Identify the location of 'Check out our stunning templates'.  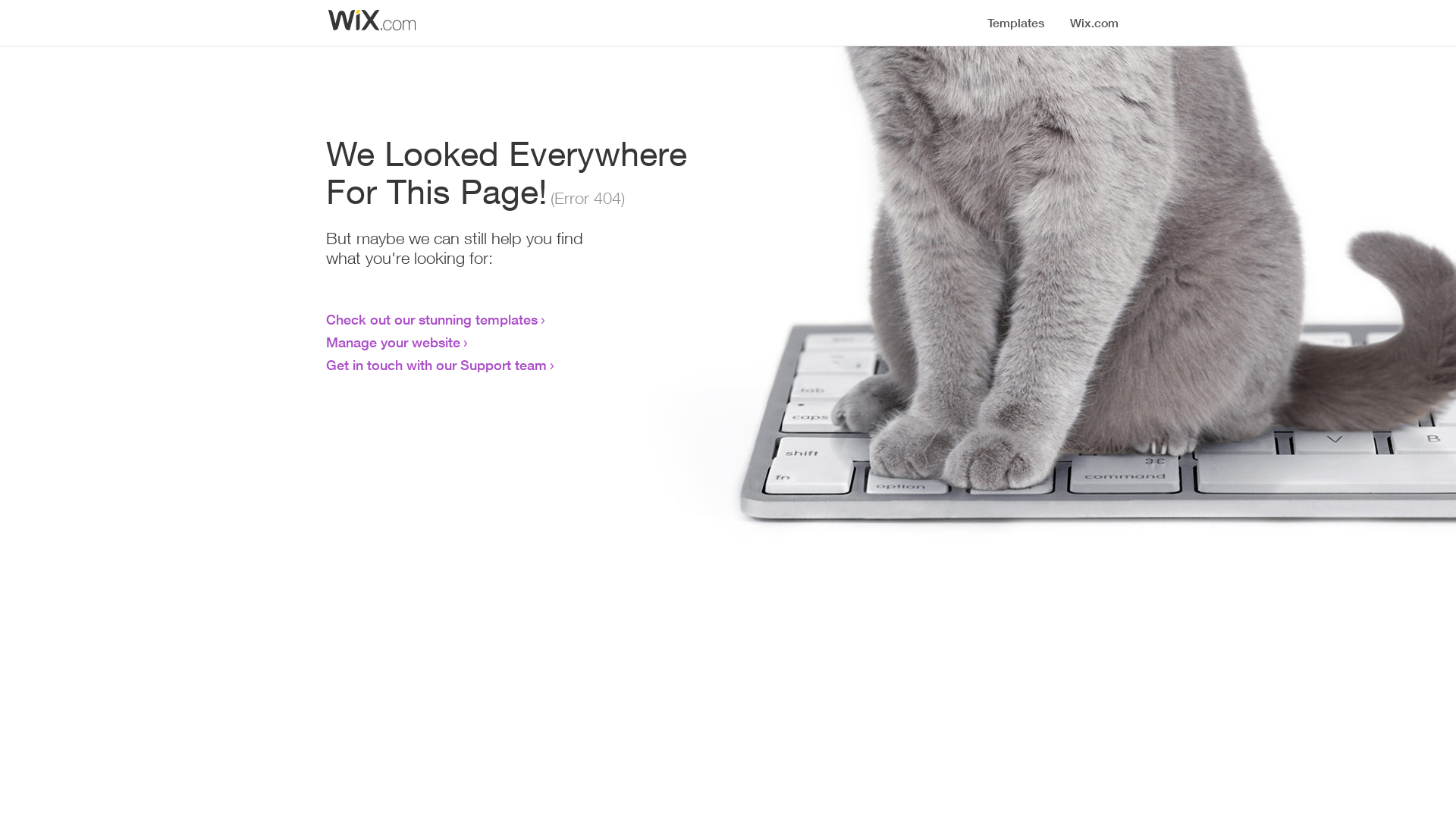
(431, 318).